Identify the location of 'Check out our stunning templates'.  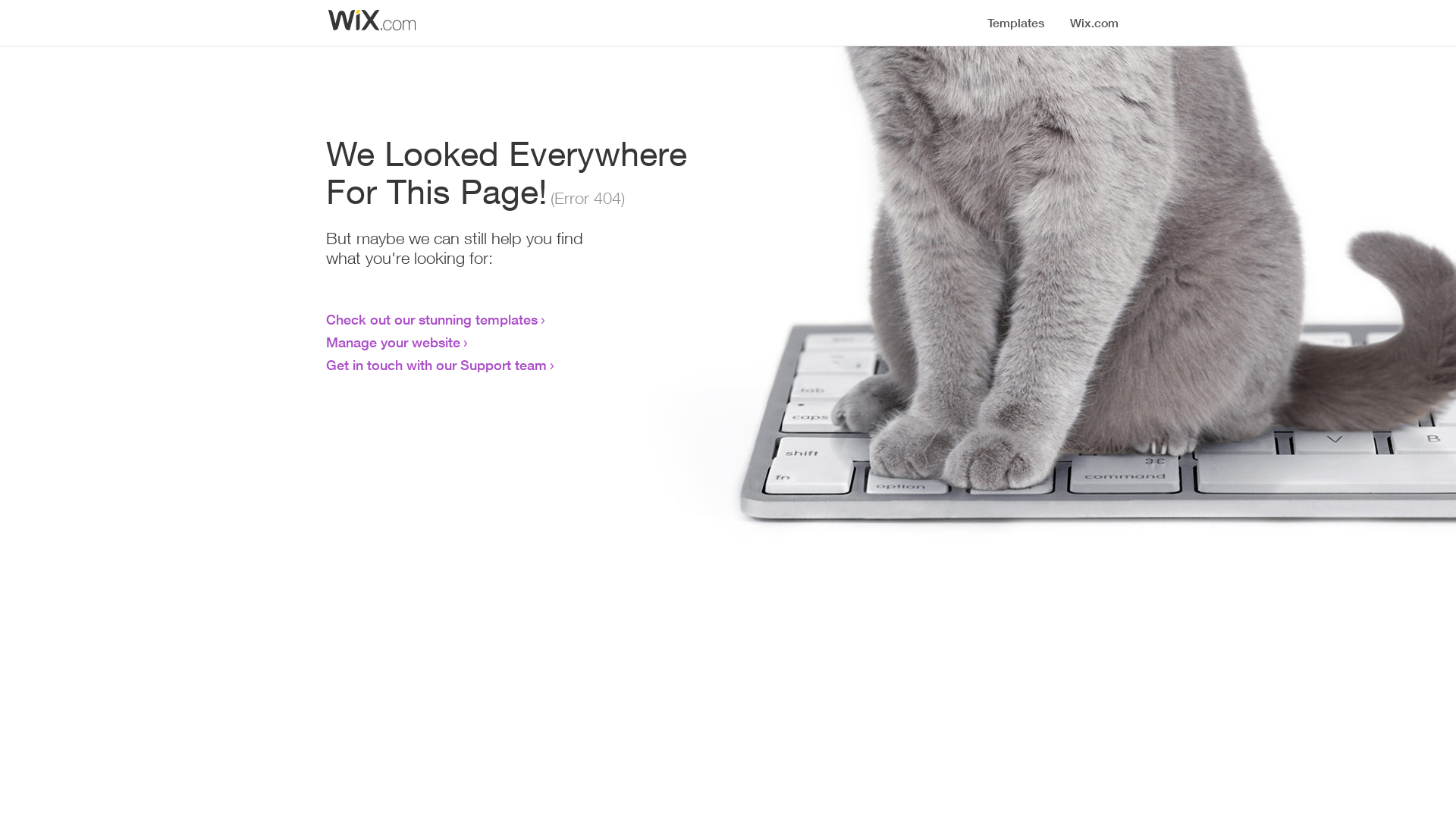
(431, 318).